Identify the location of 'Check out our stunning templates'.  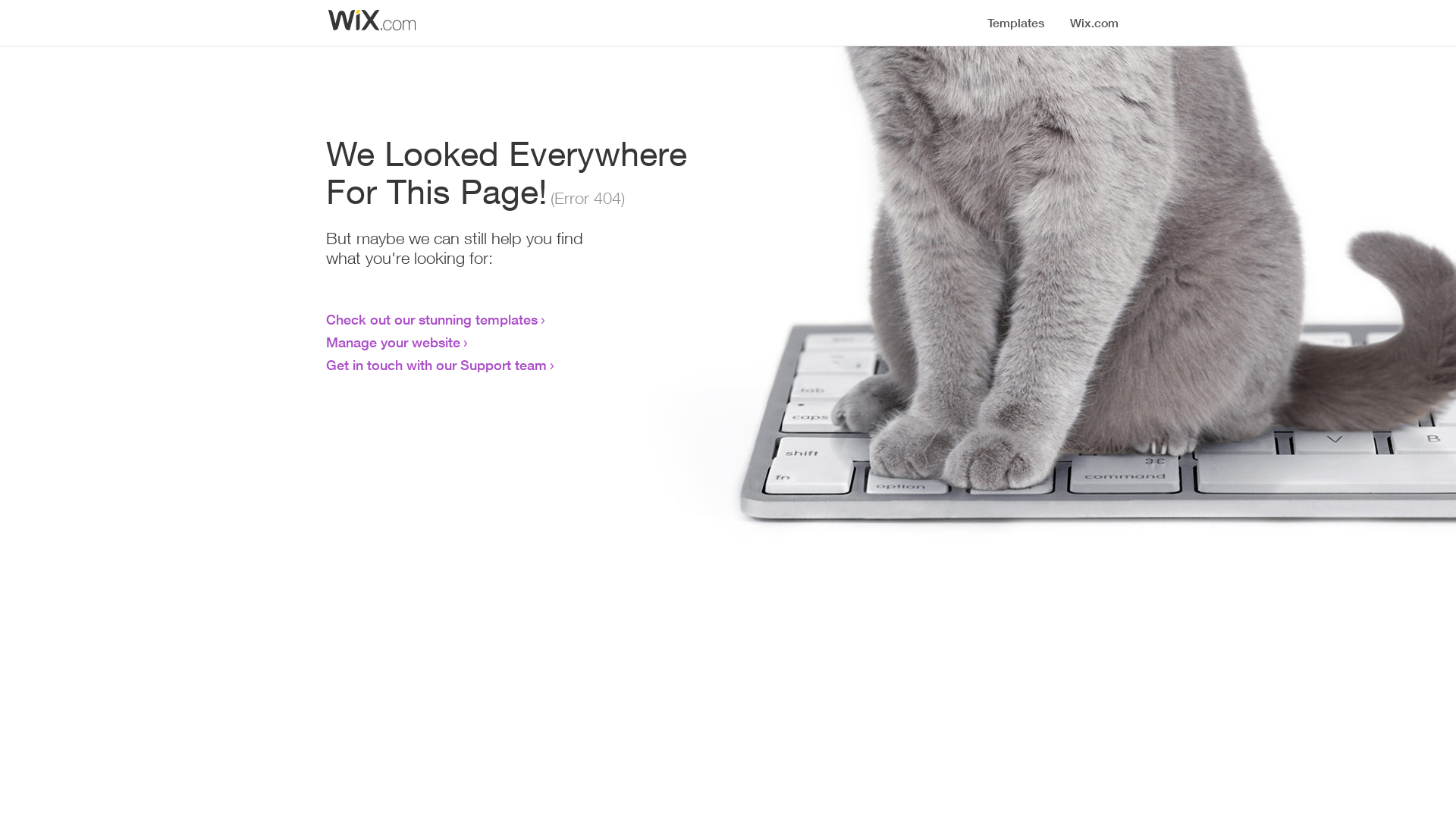
(431, 318).